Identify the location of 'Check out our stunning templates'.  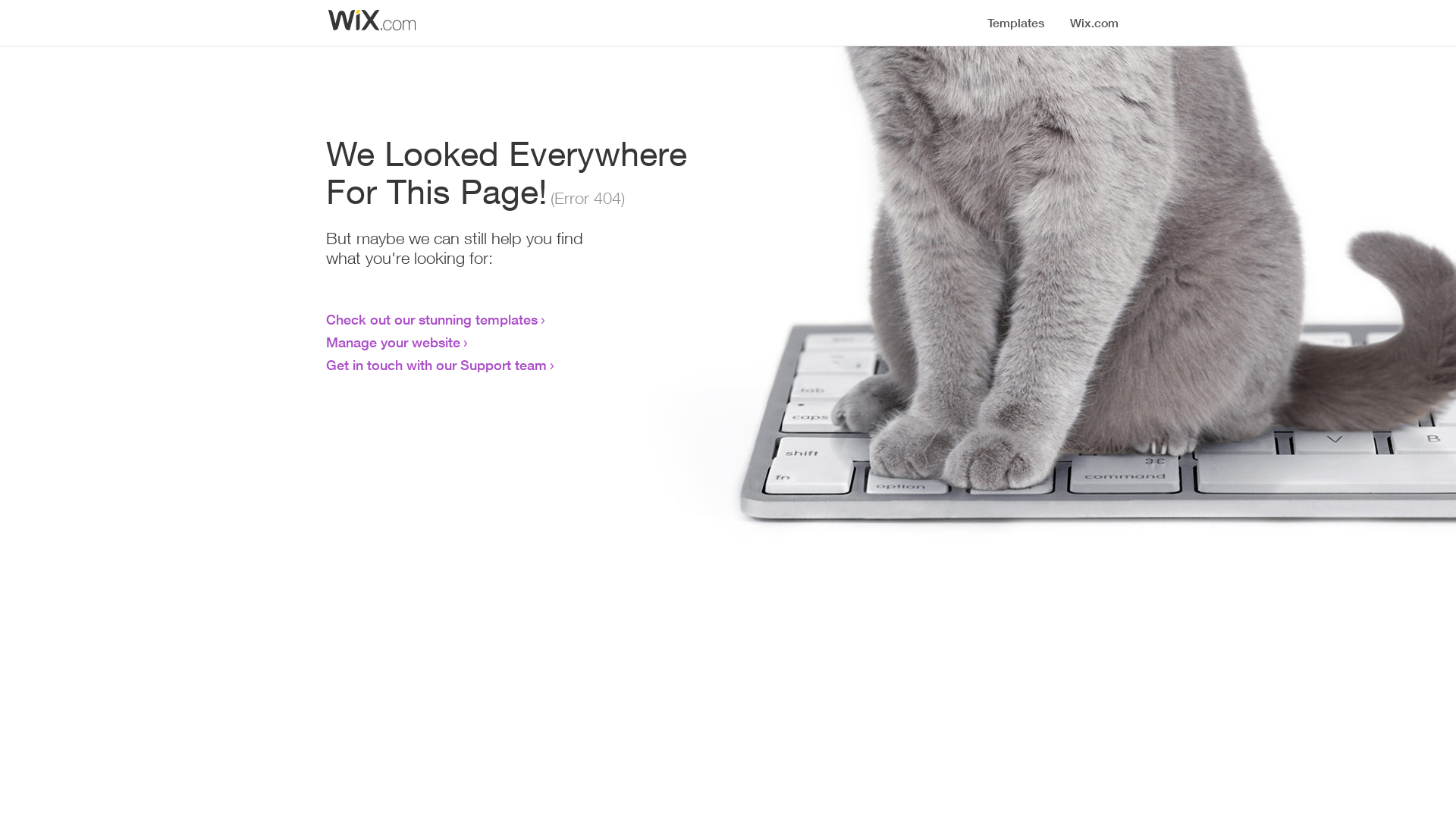
(431, 318).